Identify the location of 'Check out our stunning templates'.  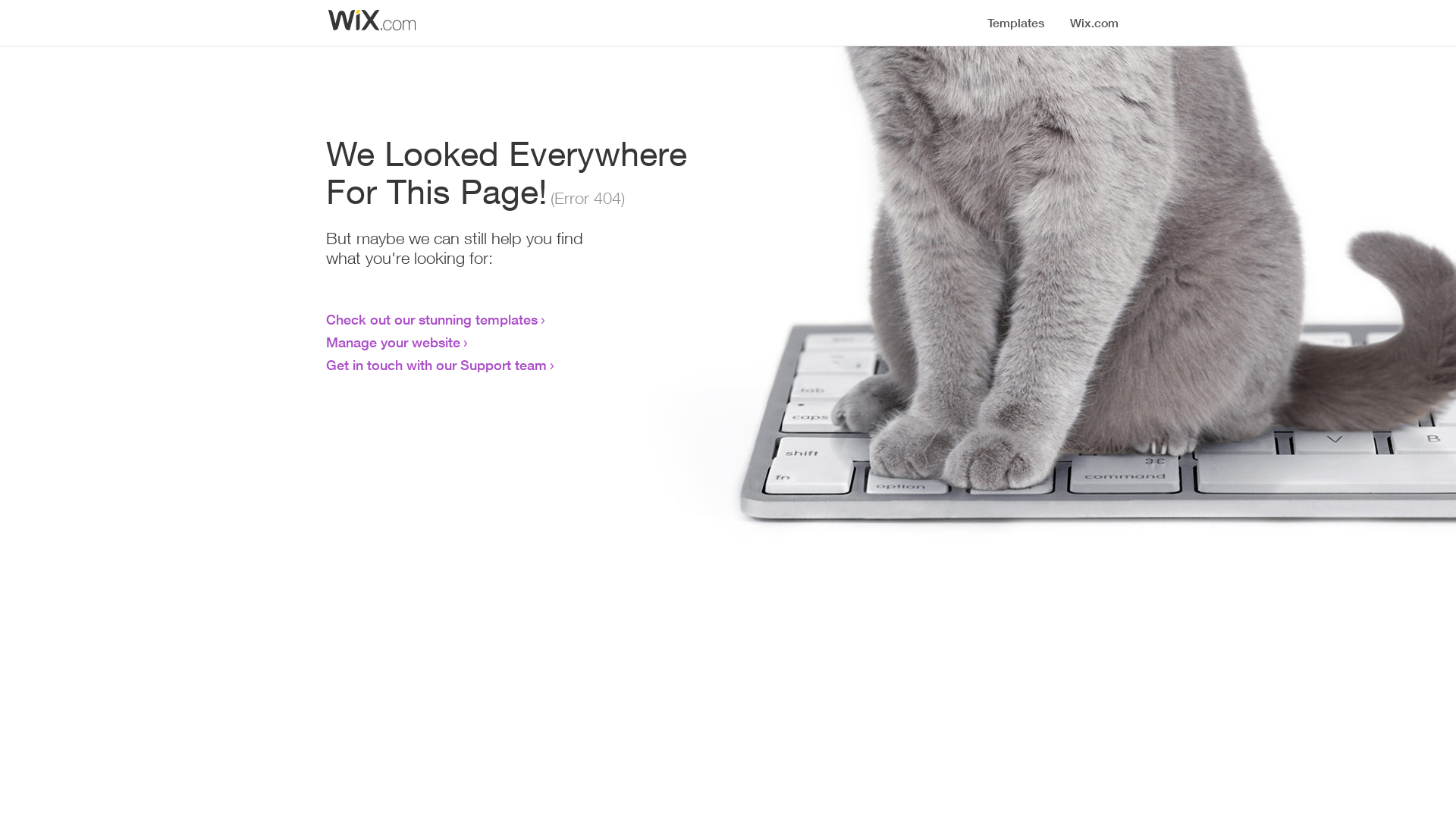
(431, 318).